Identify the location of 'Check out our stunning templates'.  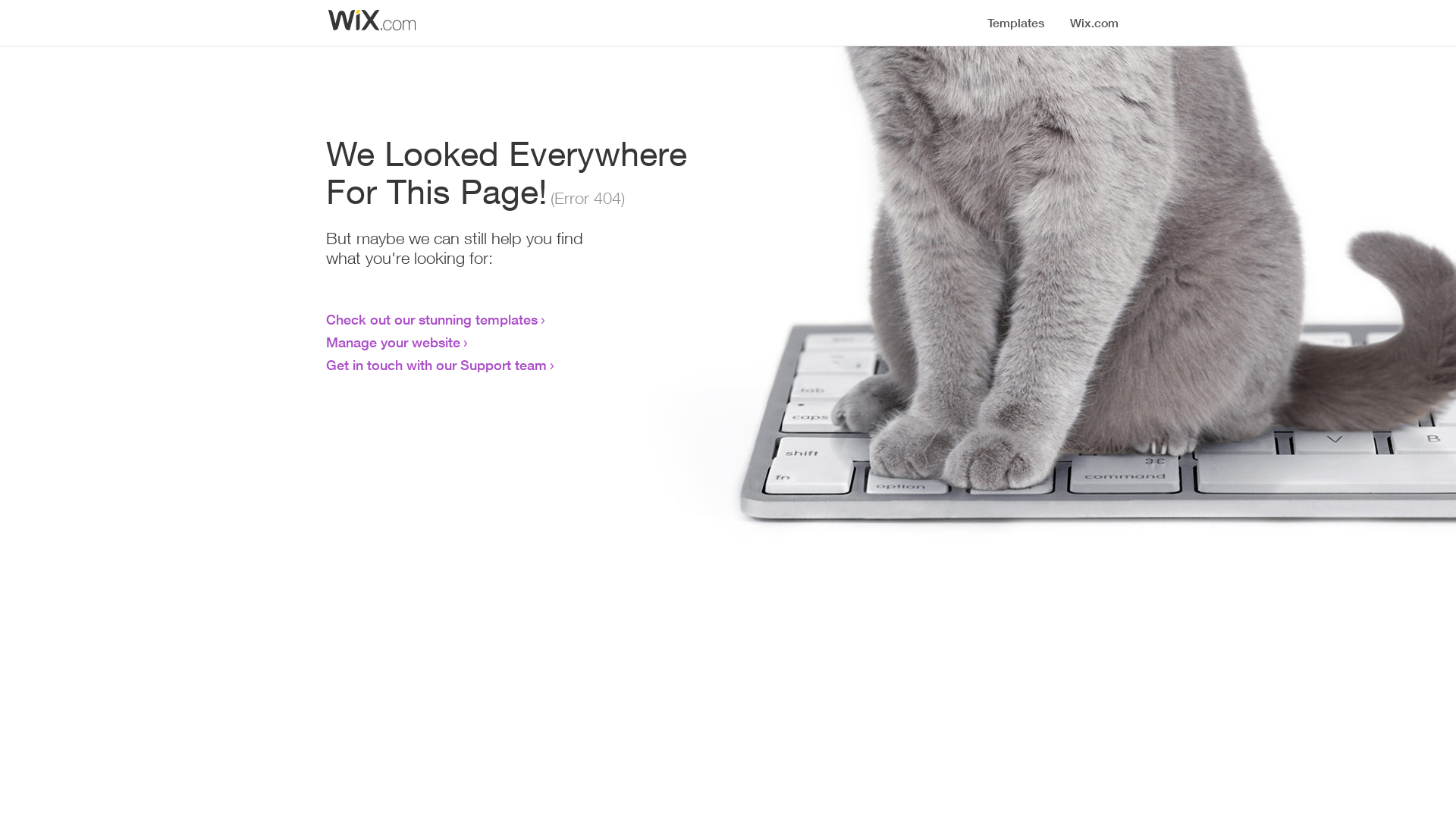
(431, 318).